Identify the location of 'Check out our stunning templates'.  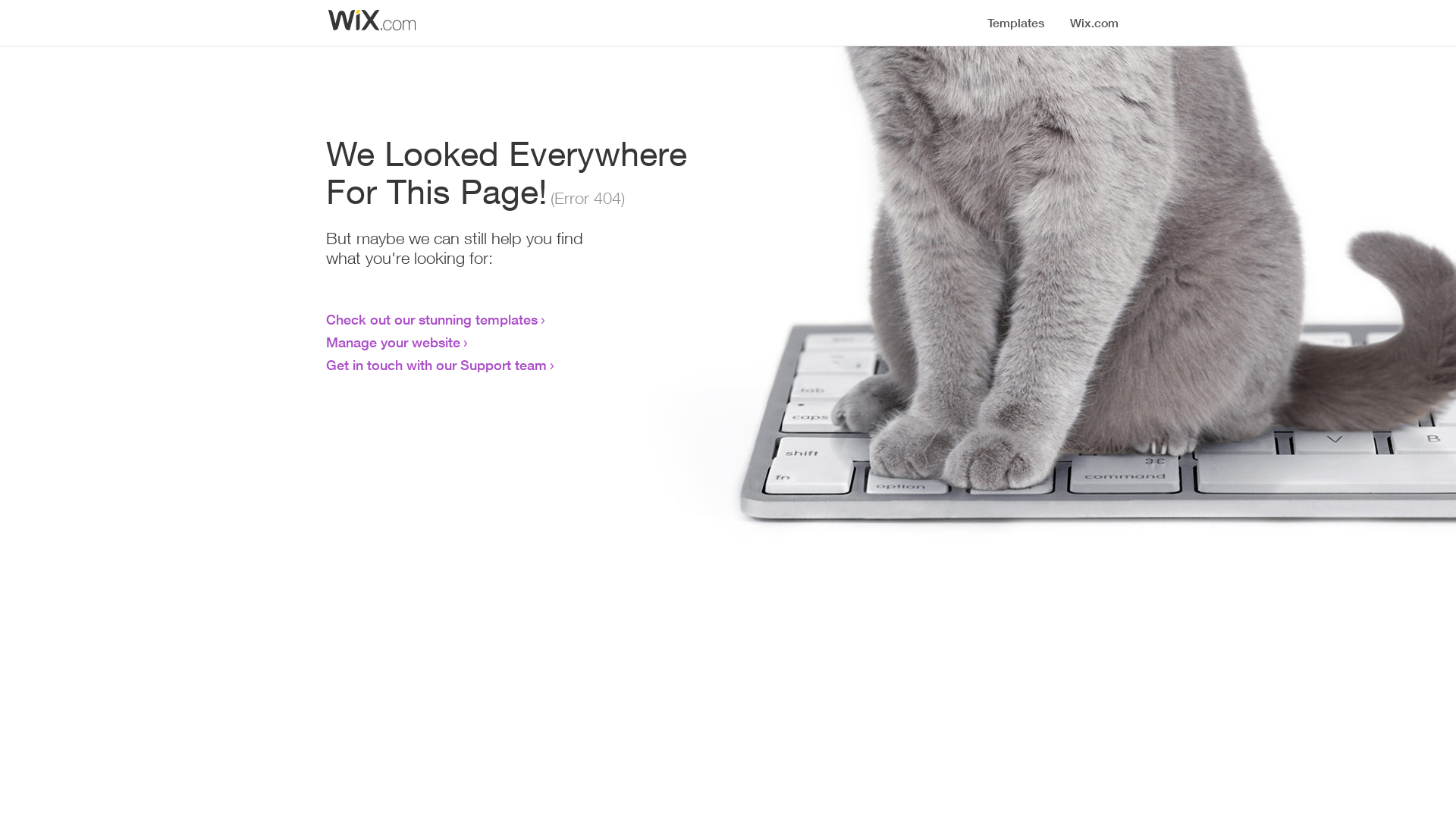
(431, 318).